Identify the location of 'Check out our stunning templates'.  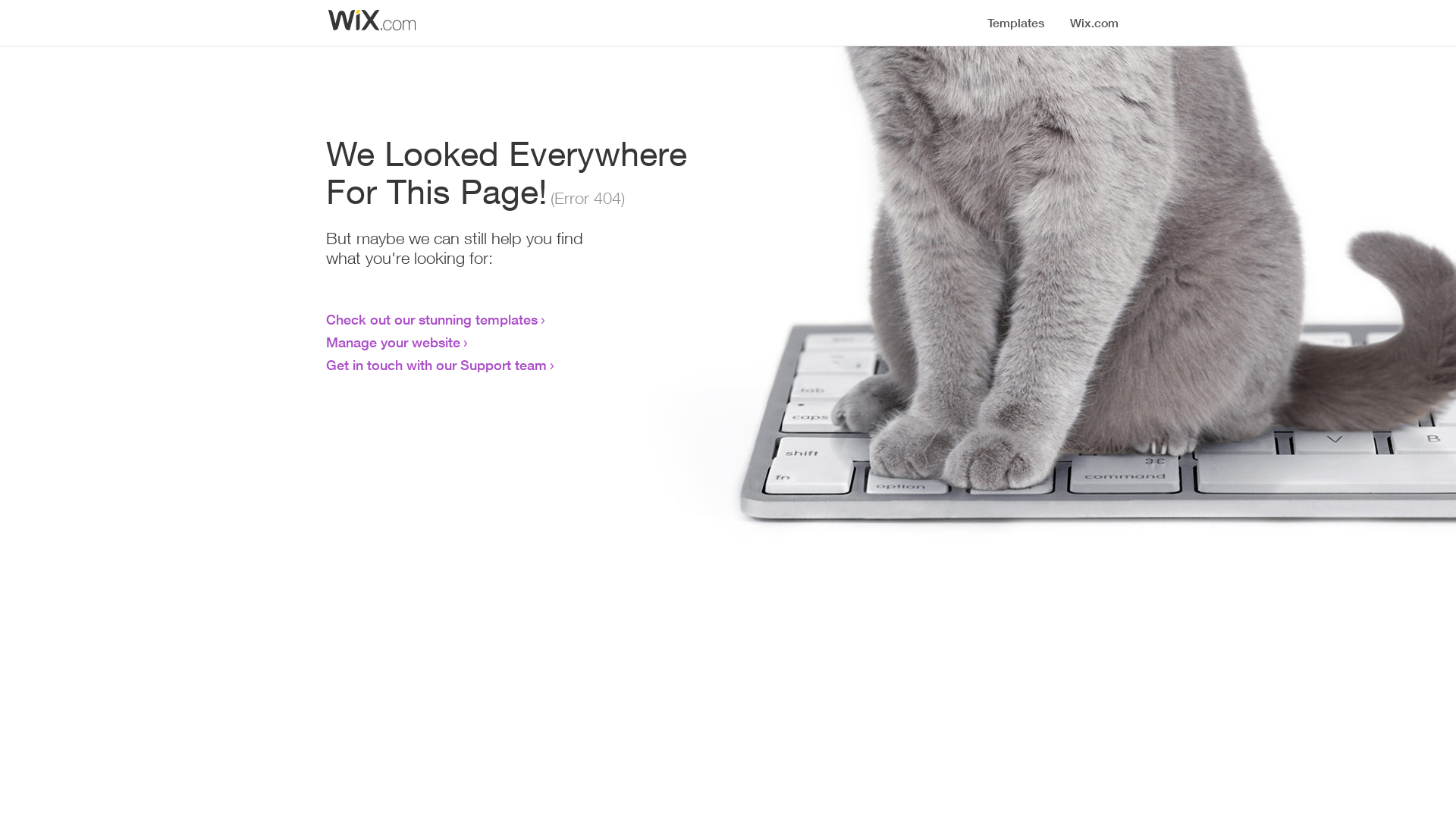
(431, 318).